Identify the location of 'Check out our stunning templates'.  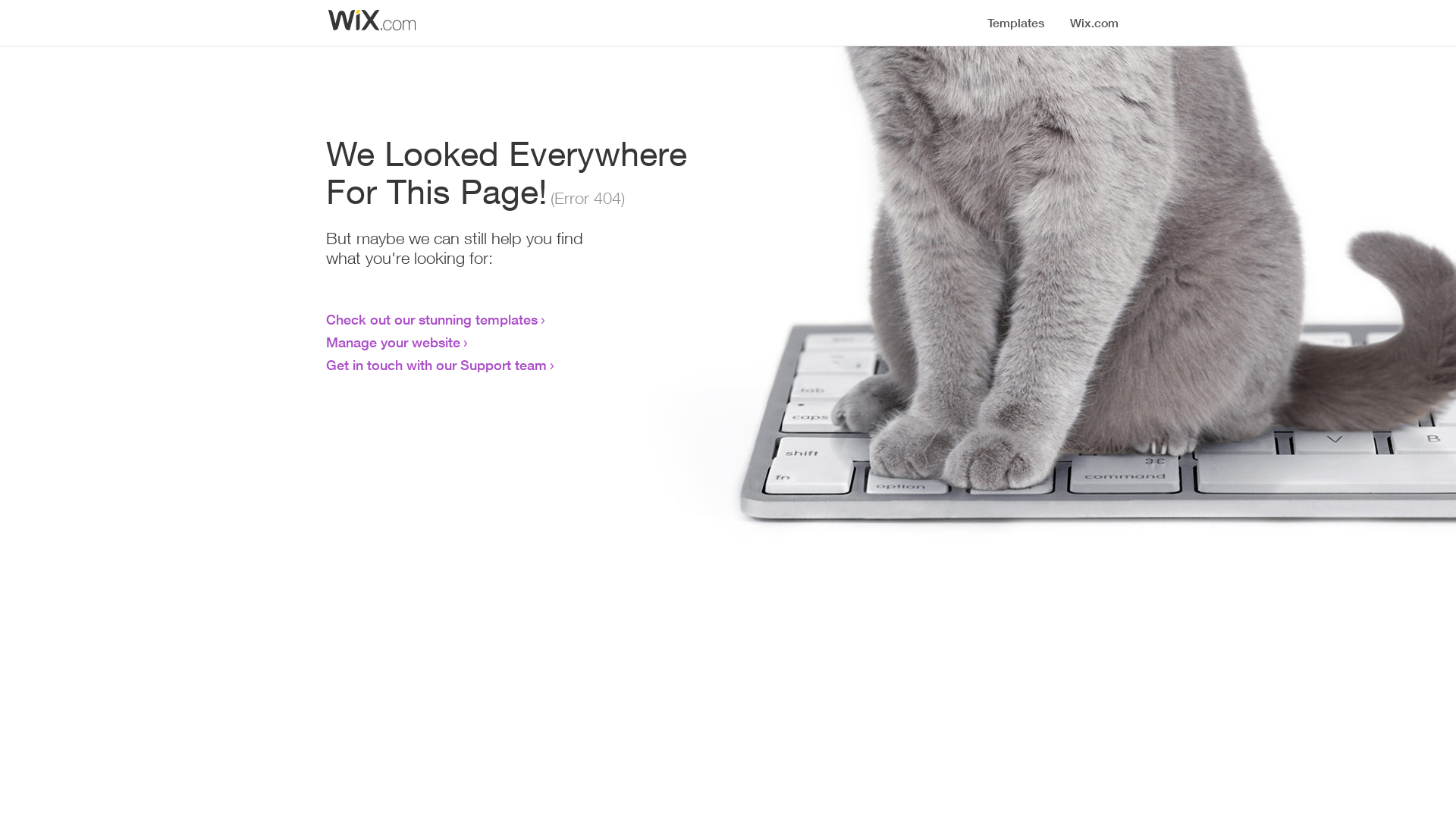
(431, 318).